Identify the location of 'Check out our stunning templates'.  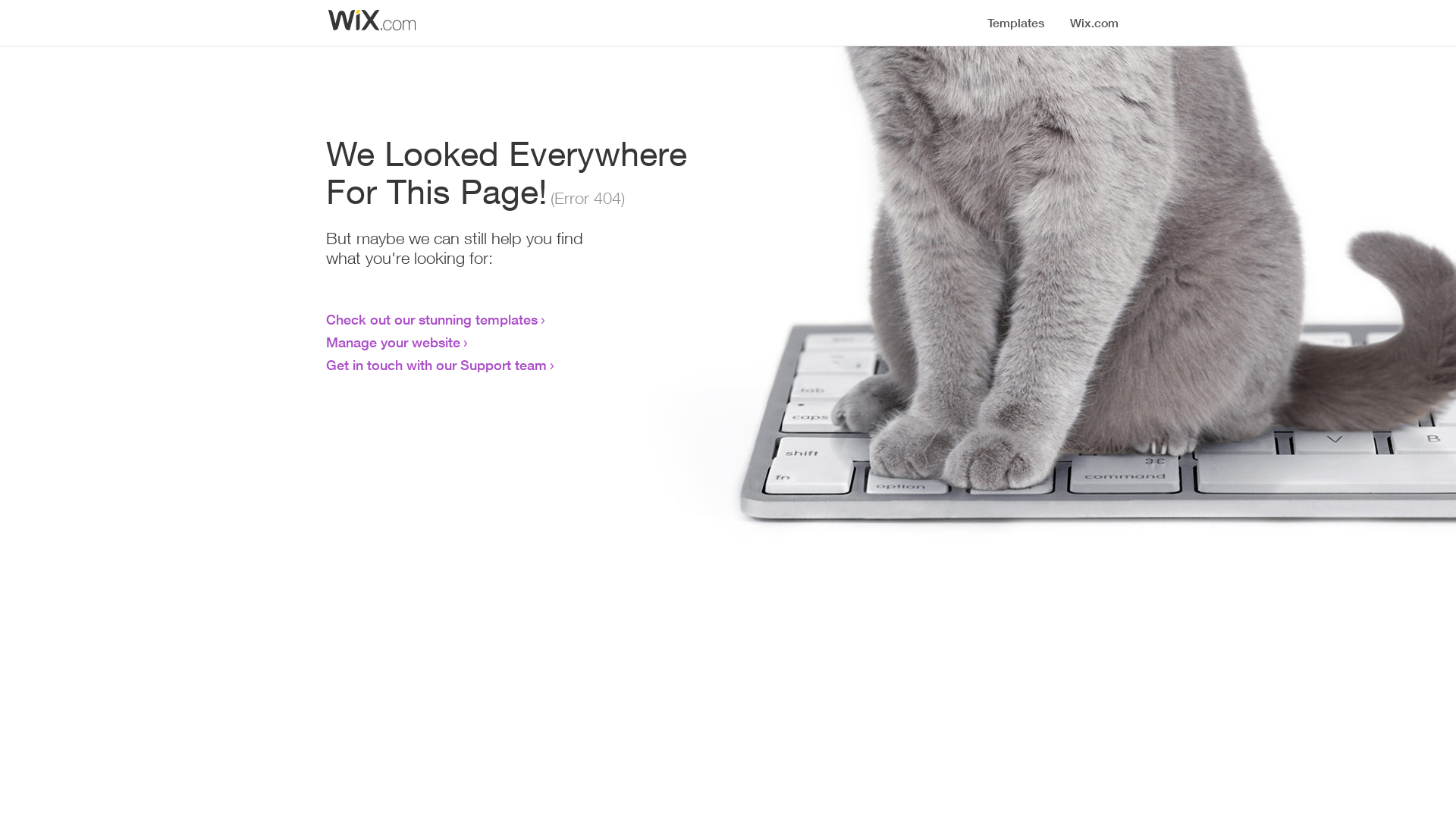
(431, 318).